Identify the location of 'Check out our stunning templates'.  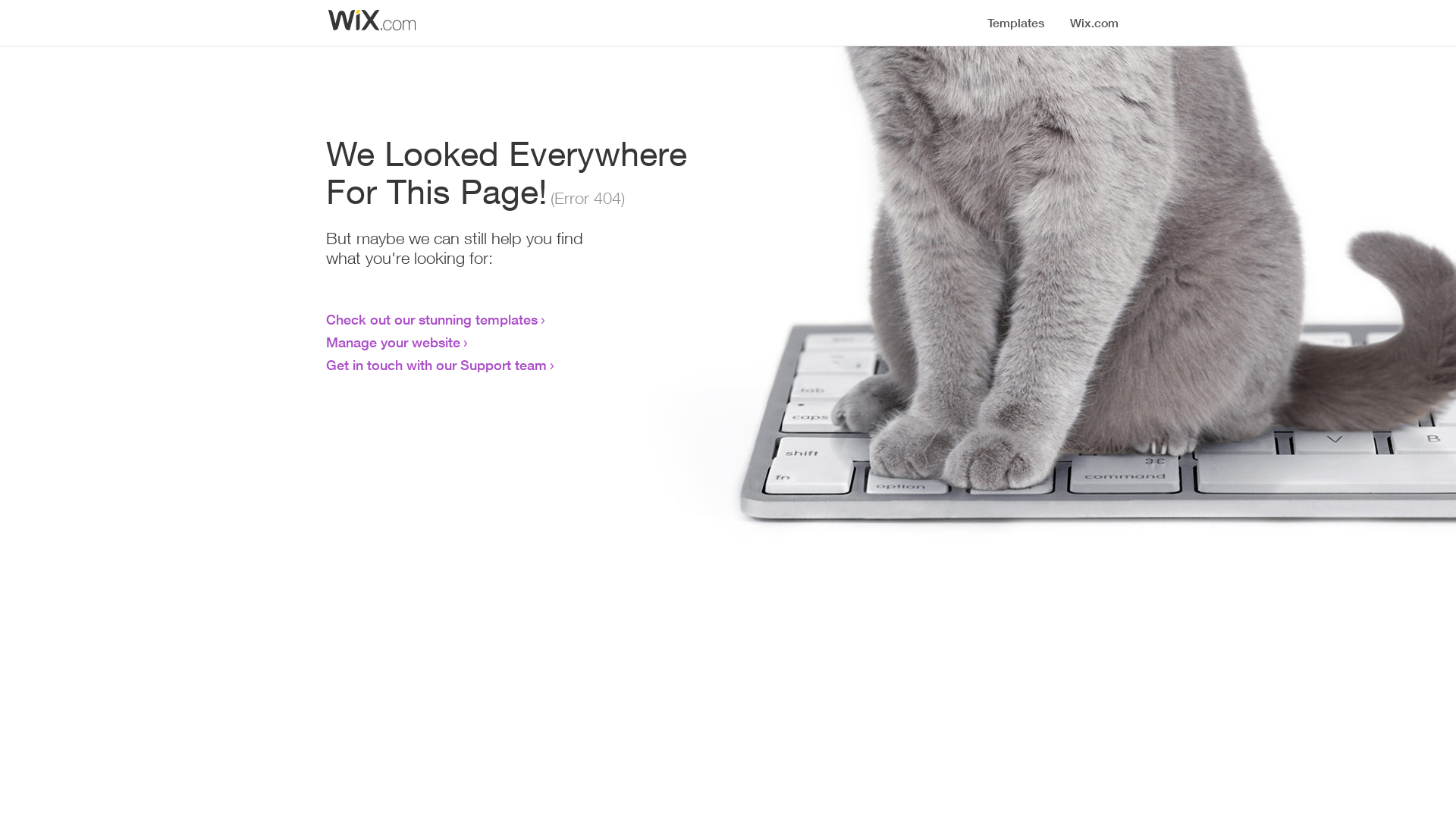
(431, 318).